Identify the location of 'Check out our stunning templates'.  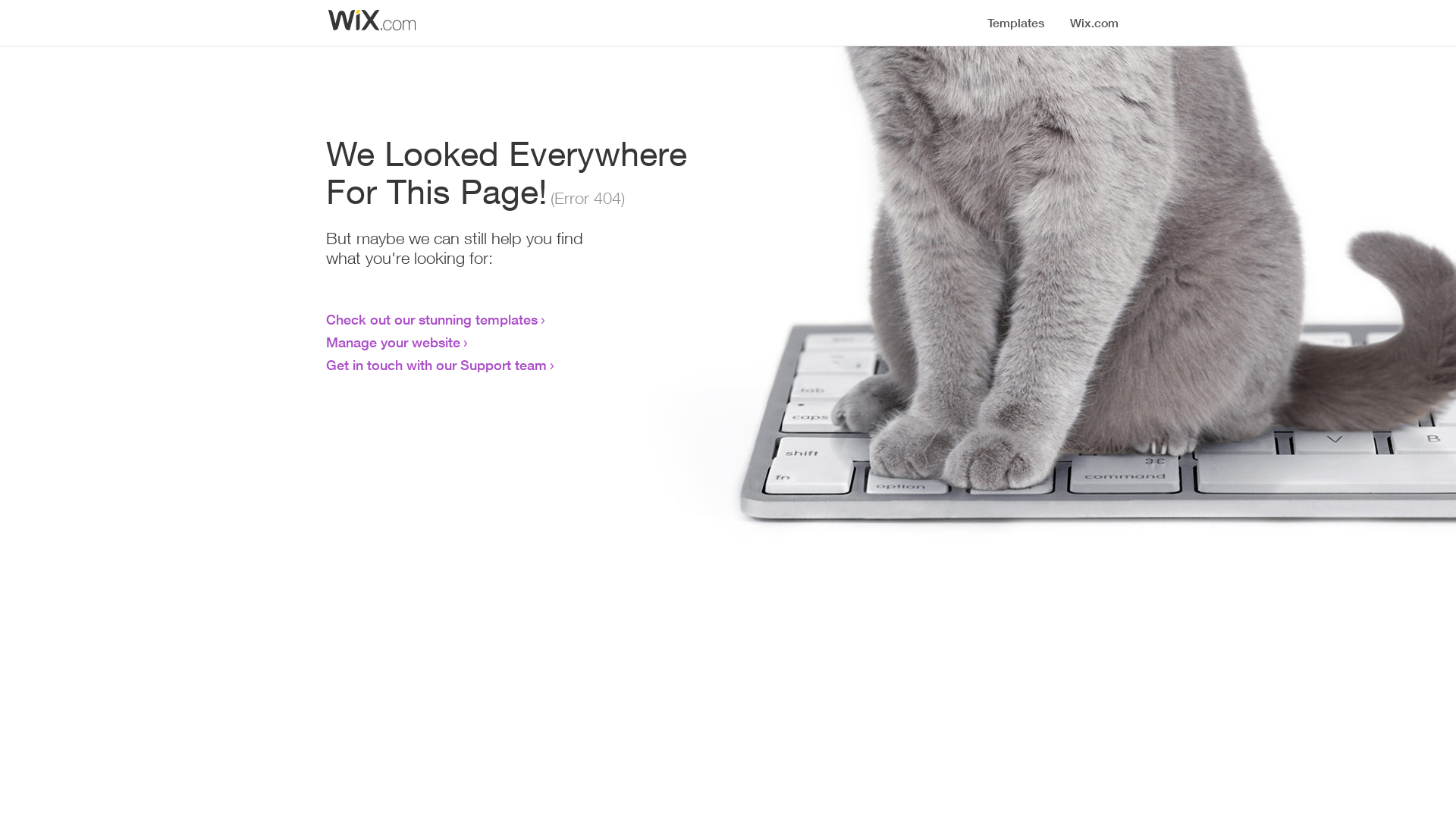
(431, 318).